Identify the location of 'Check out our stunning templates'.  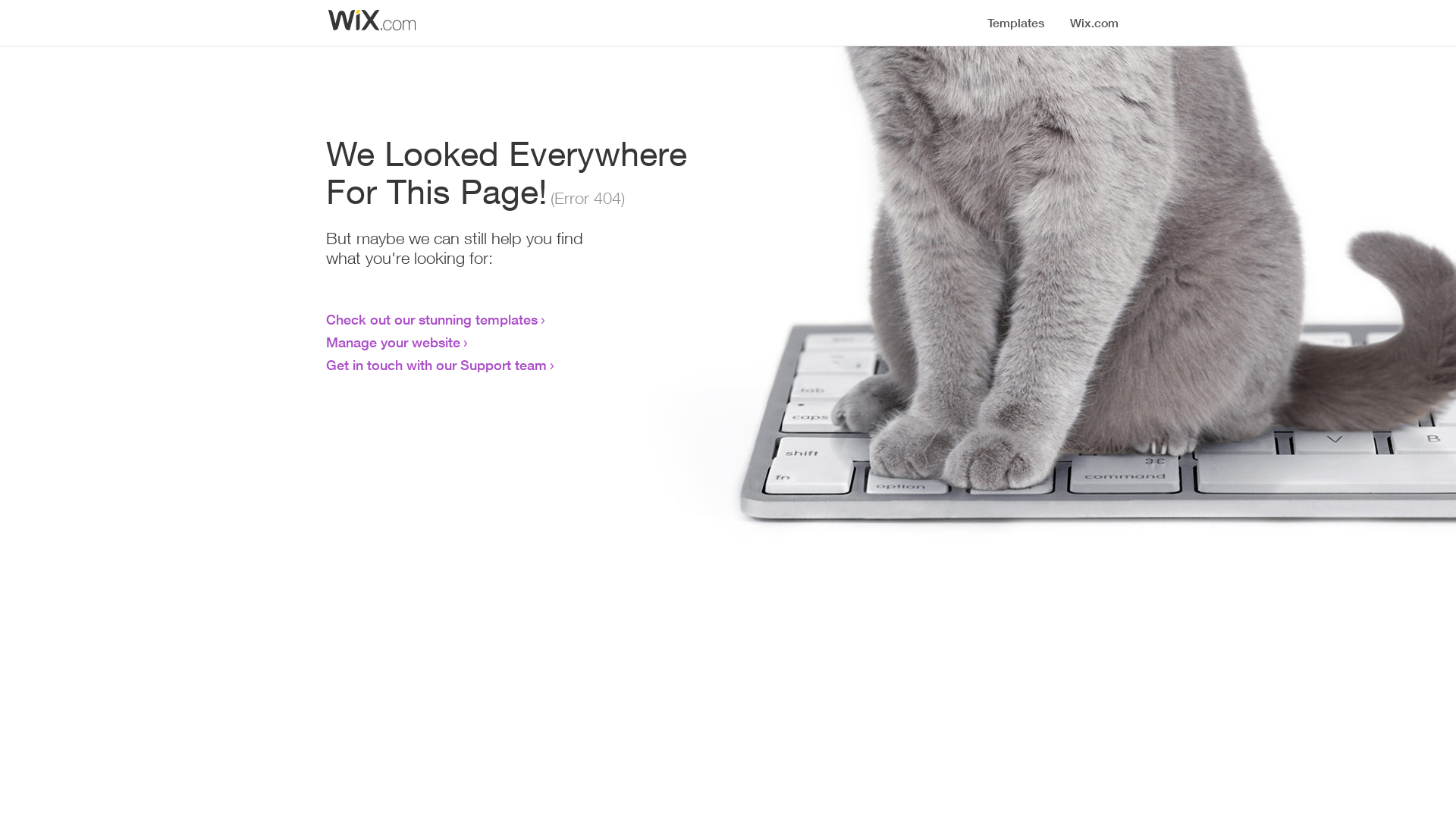
(431, 318).